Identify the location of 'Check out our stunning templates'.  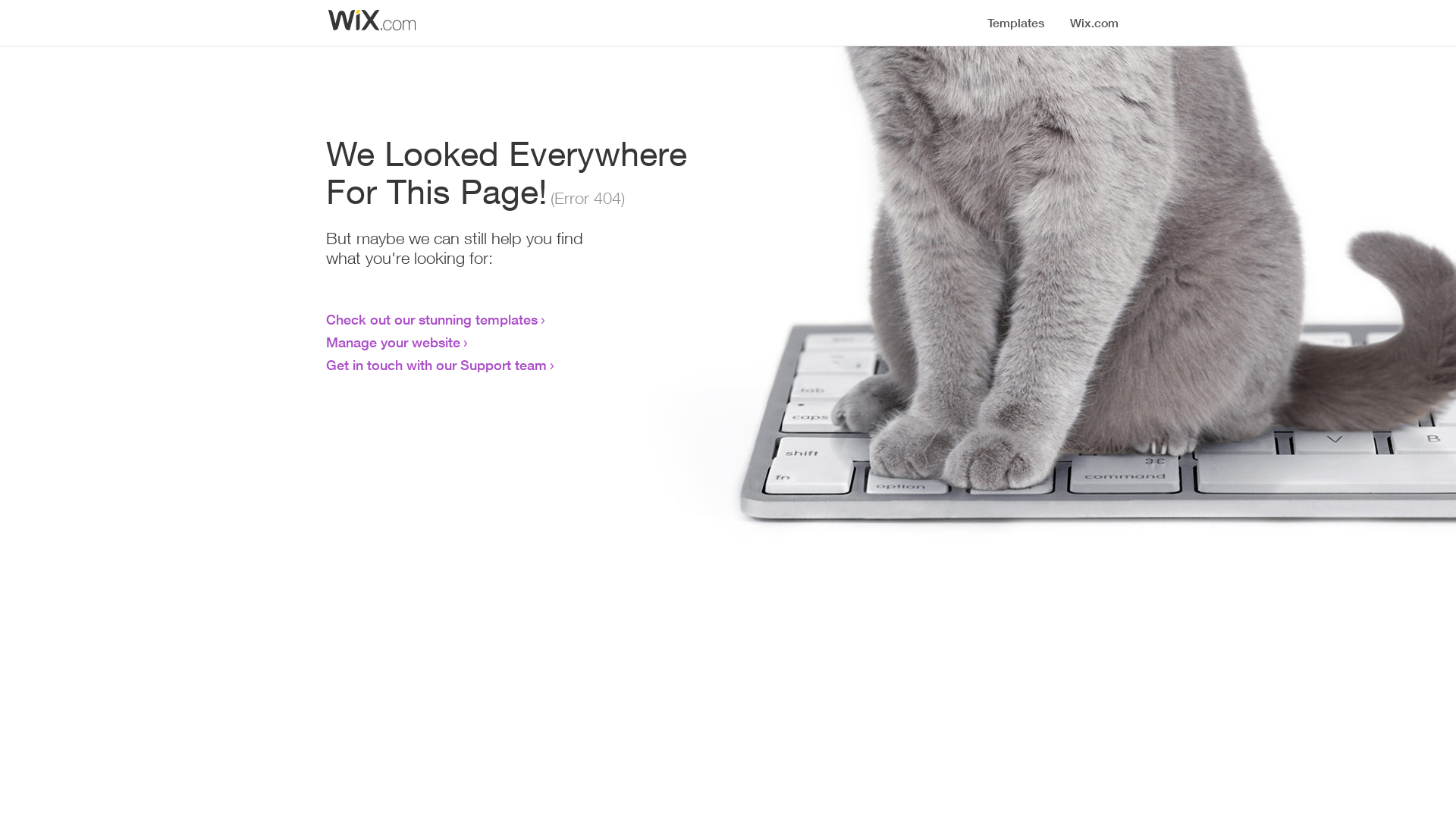
(431, 318).